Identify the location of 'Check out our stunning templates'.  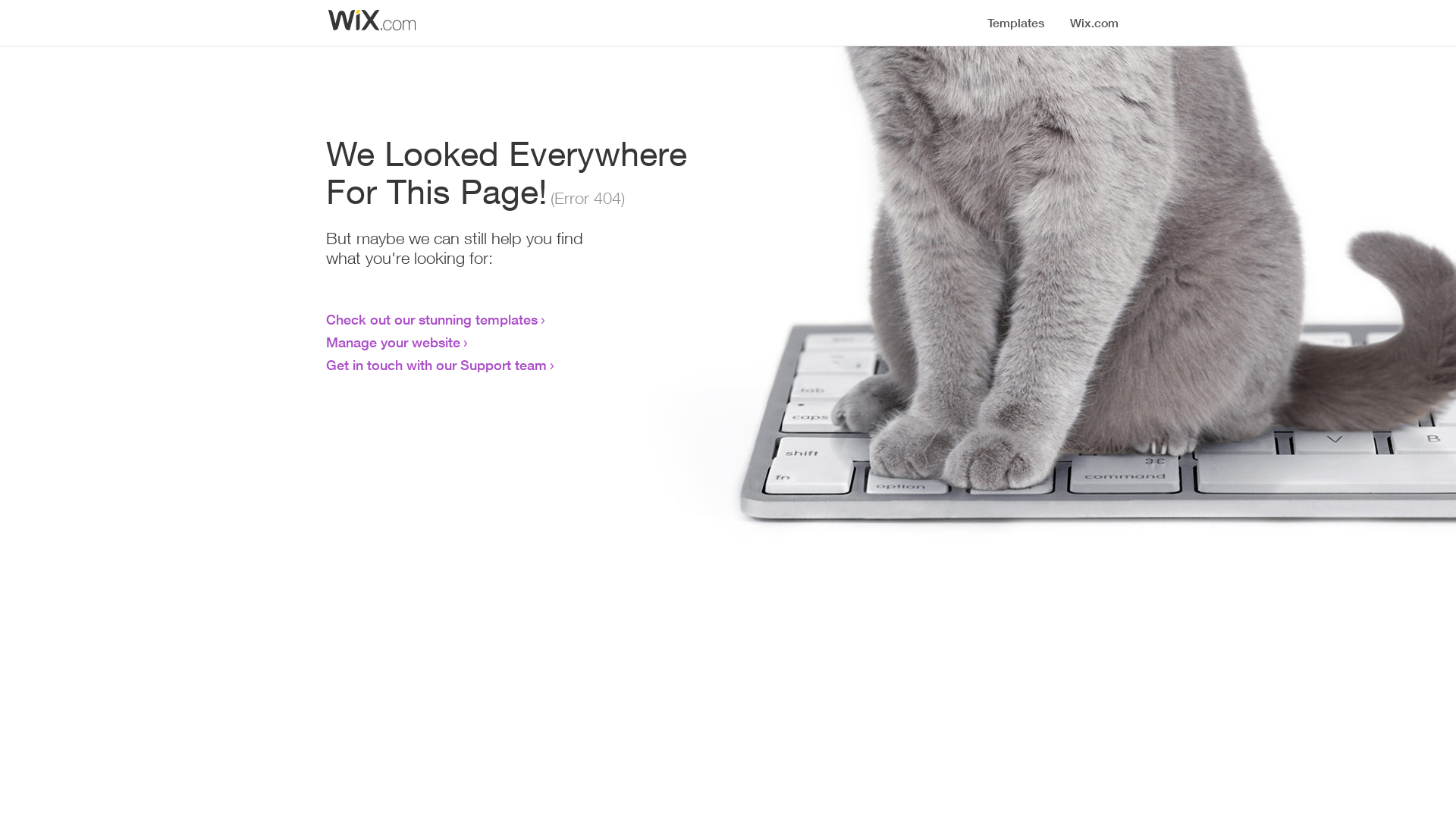
(431, 318).